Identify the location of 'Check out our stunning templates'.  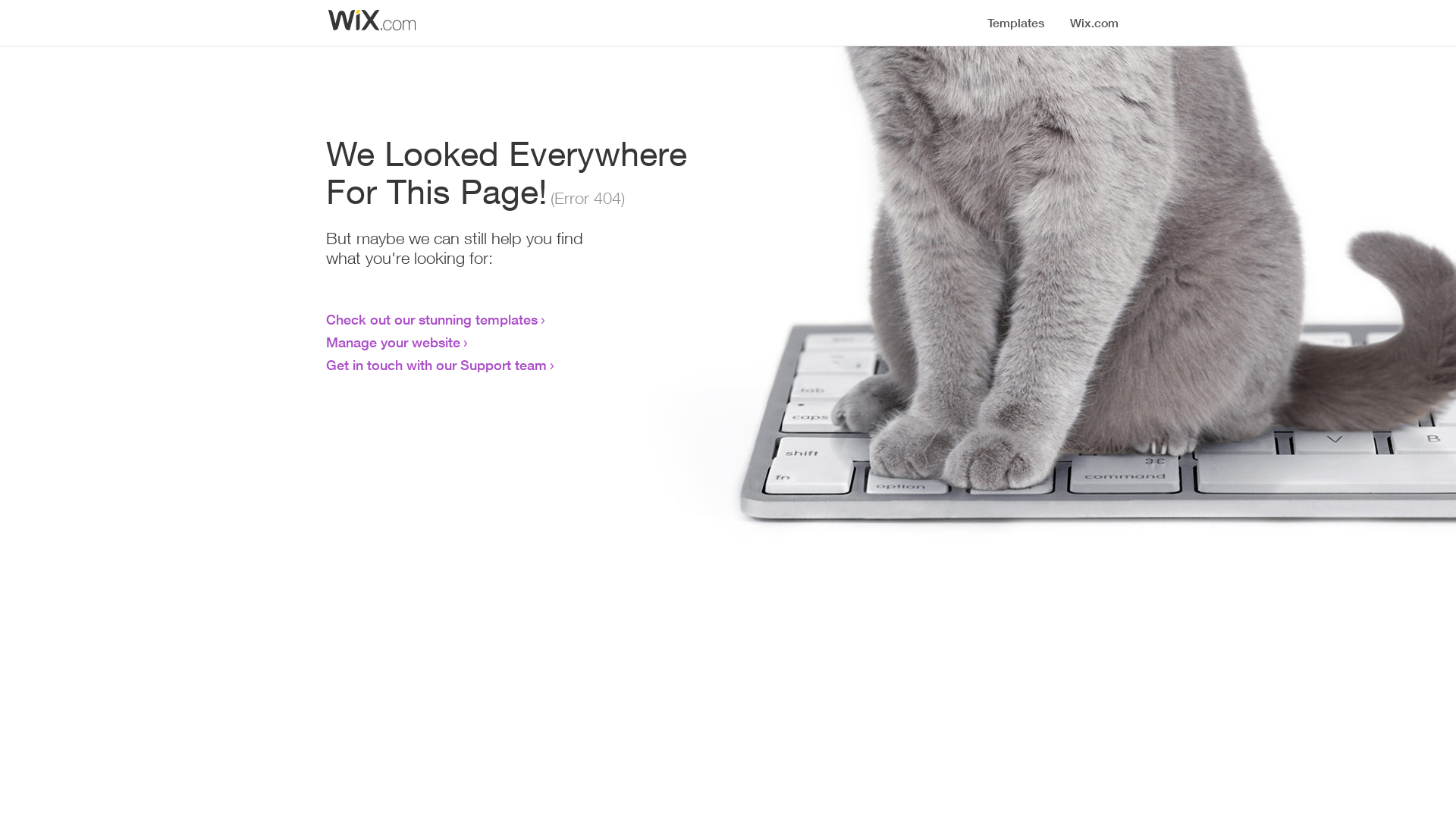
(431, 318).